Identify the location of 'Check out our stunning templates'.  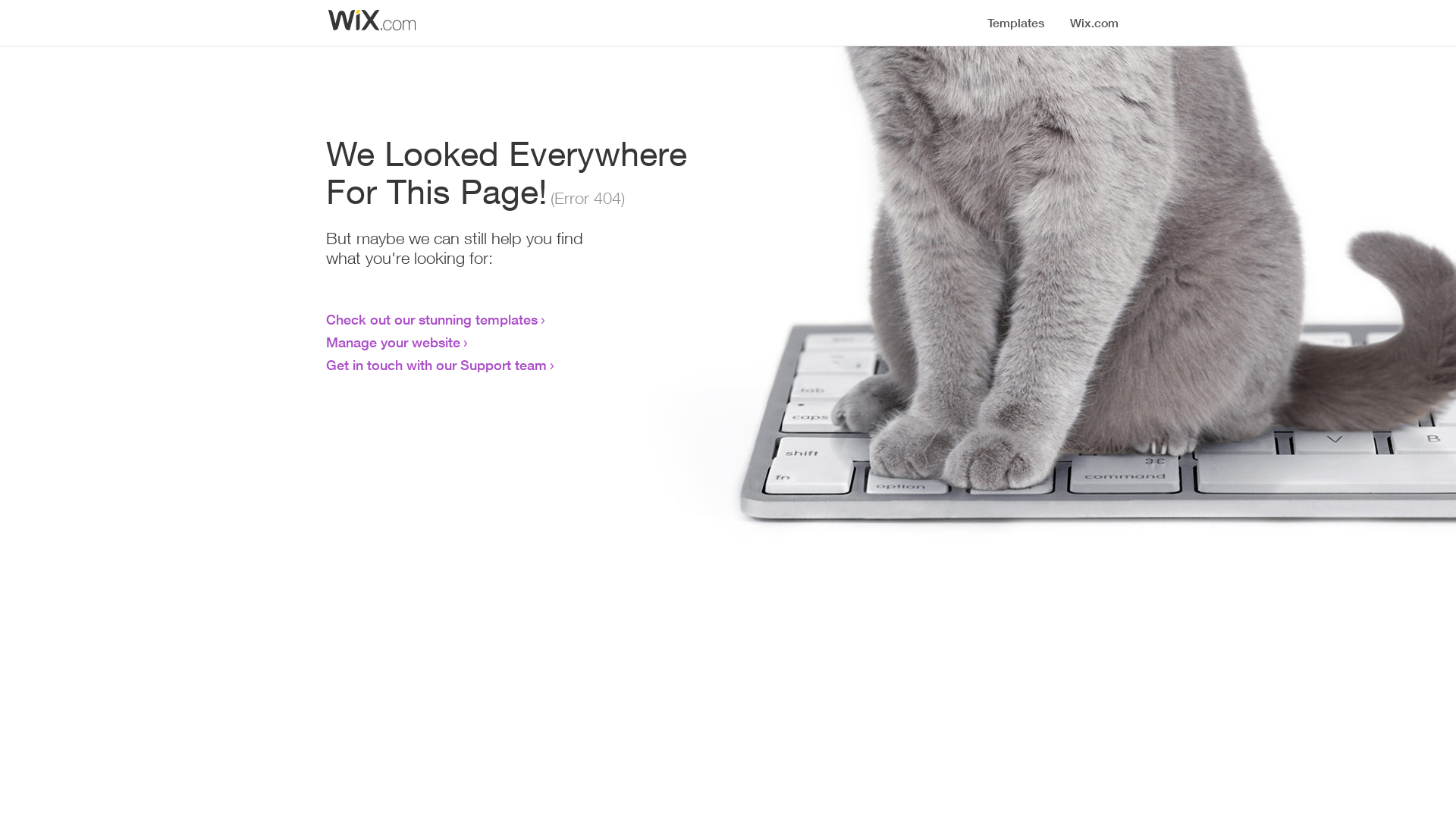
(431, 318).